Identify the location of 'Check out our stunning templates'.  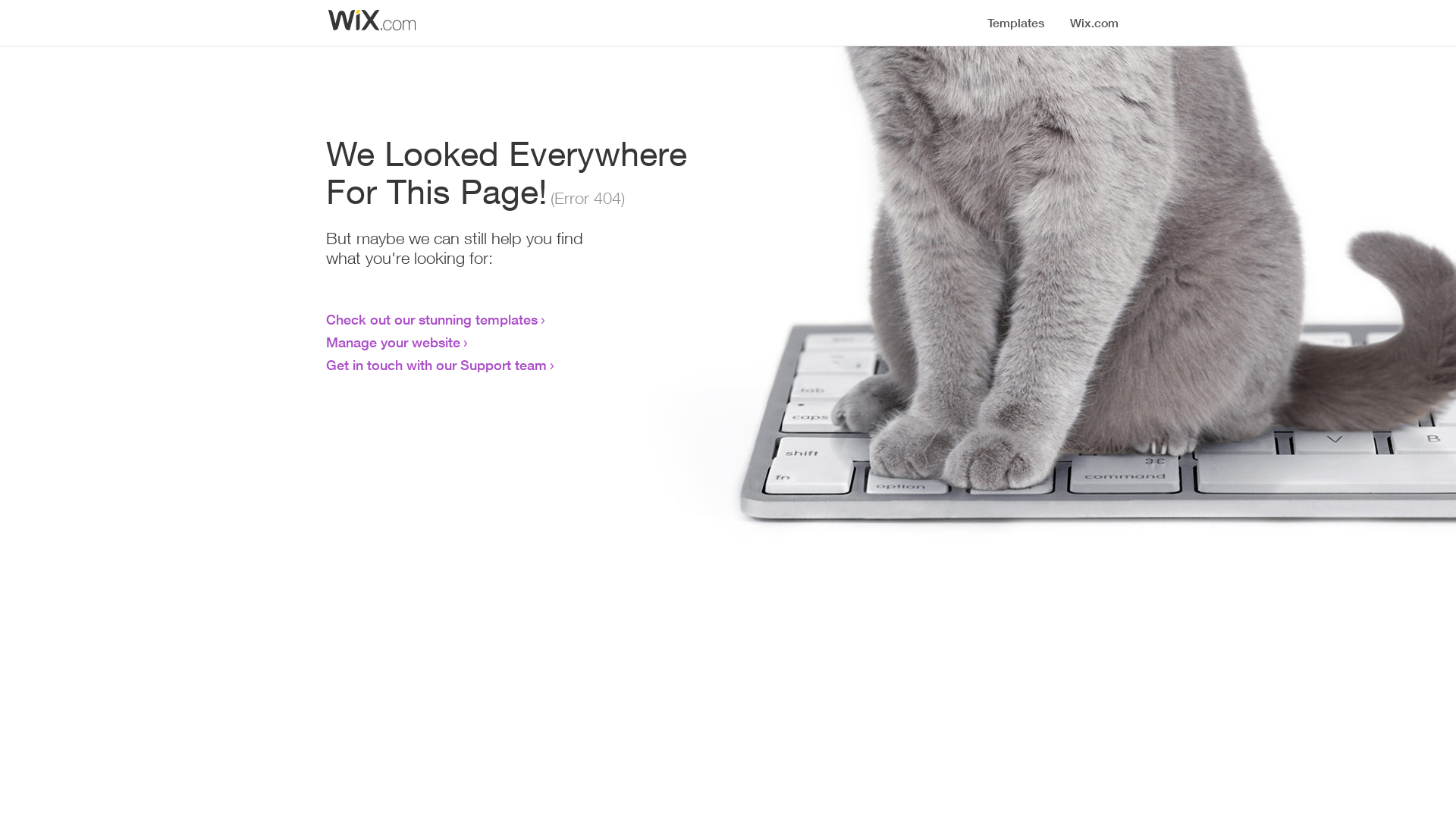
(431, 318).